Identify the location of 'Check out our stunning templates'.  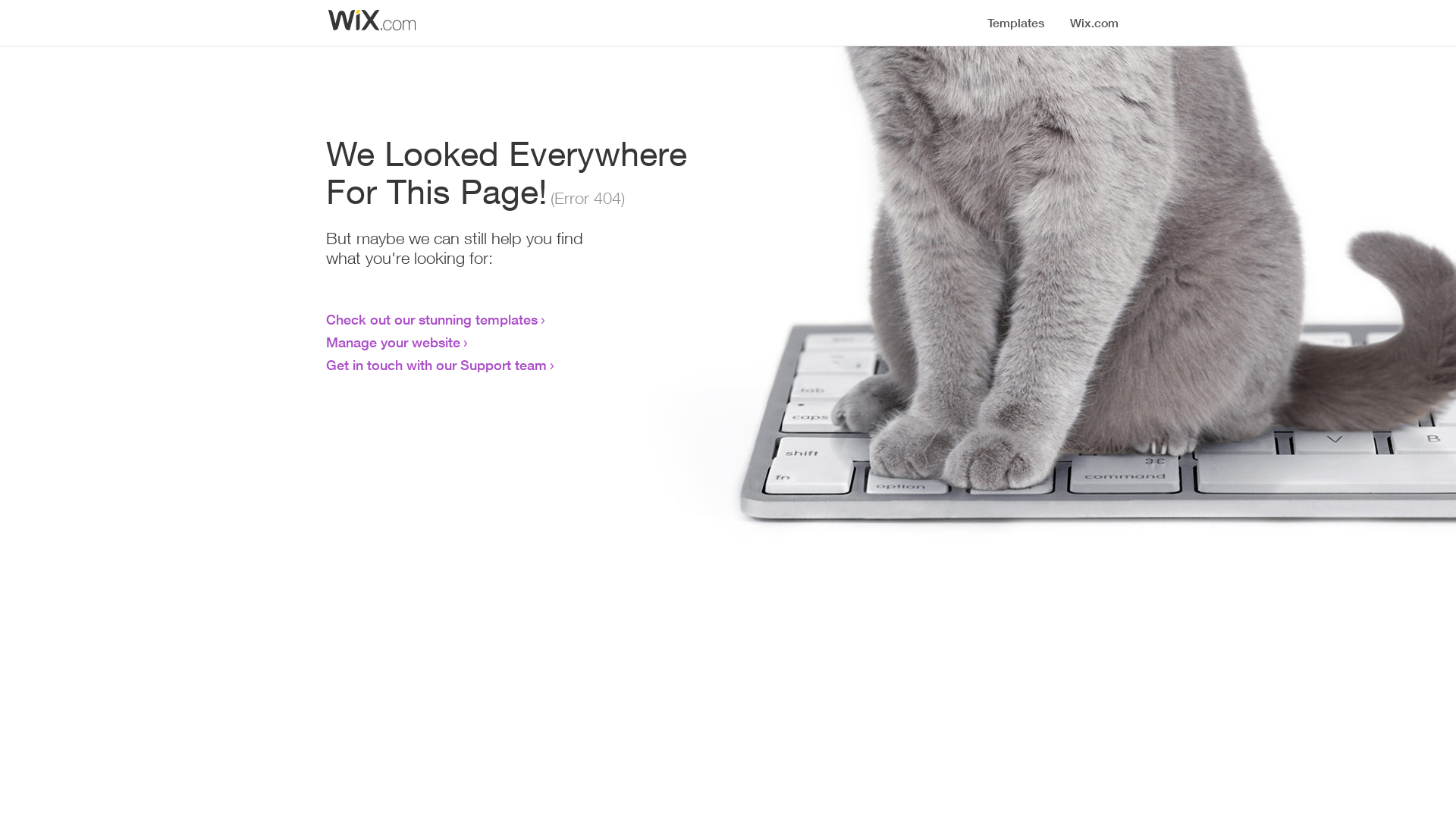
(431, 318).